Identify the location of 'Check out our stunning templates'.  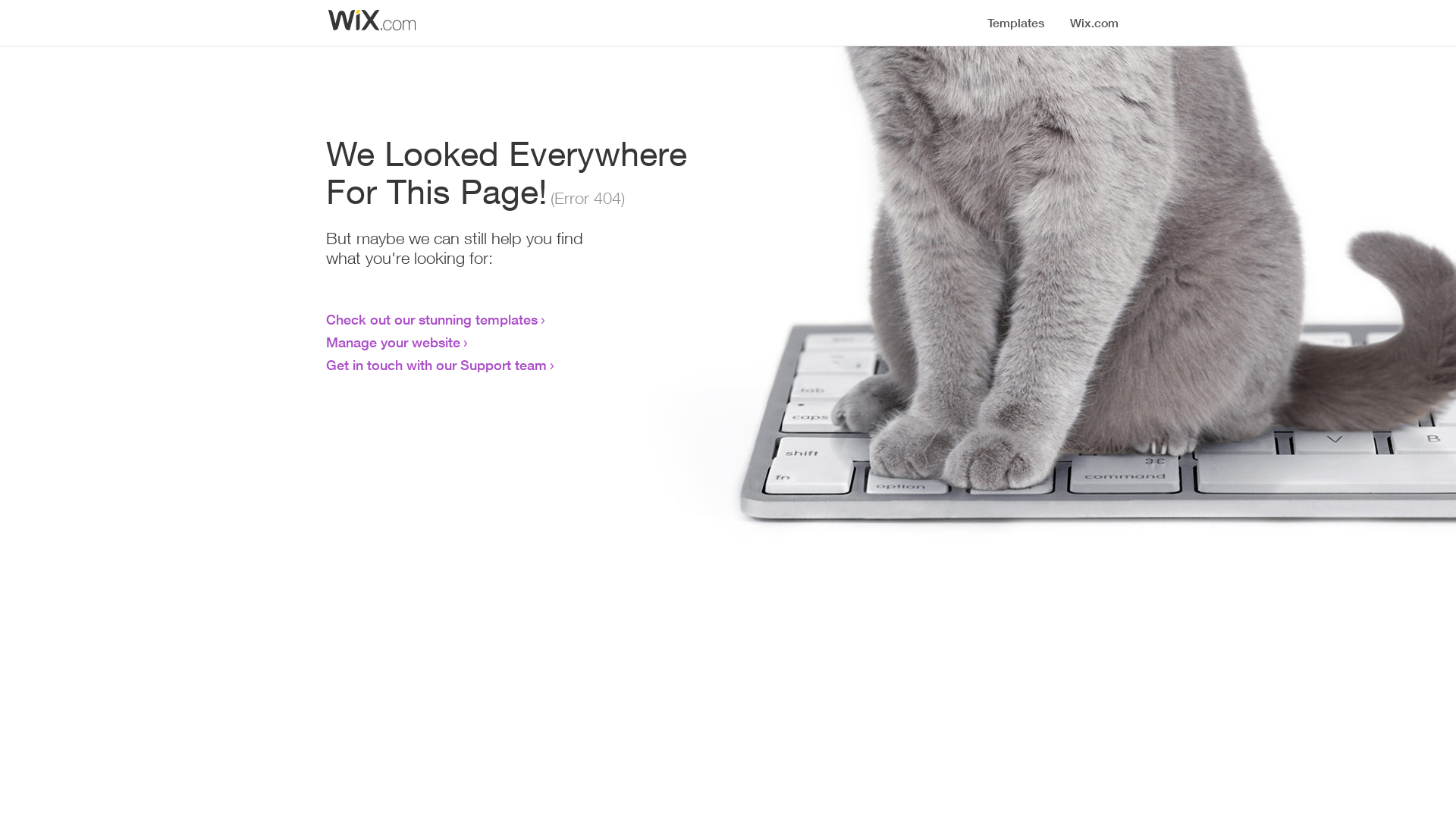
(431, 318).